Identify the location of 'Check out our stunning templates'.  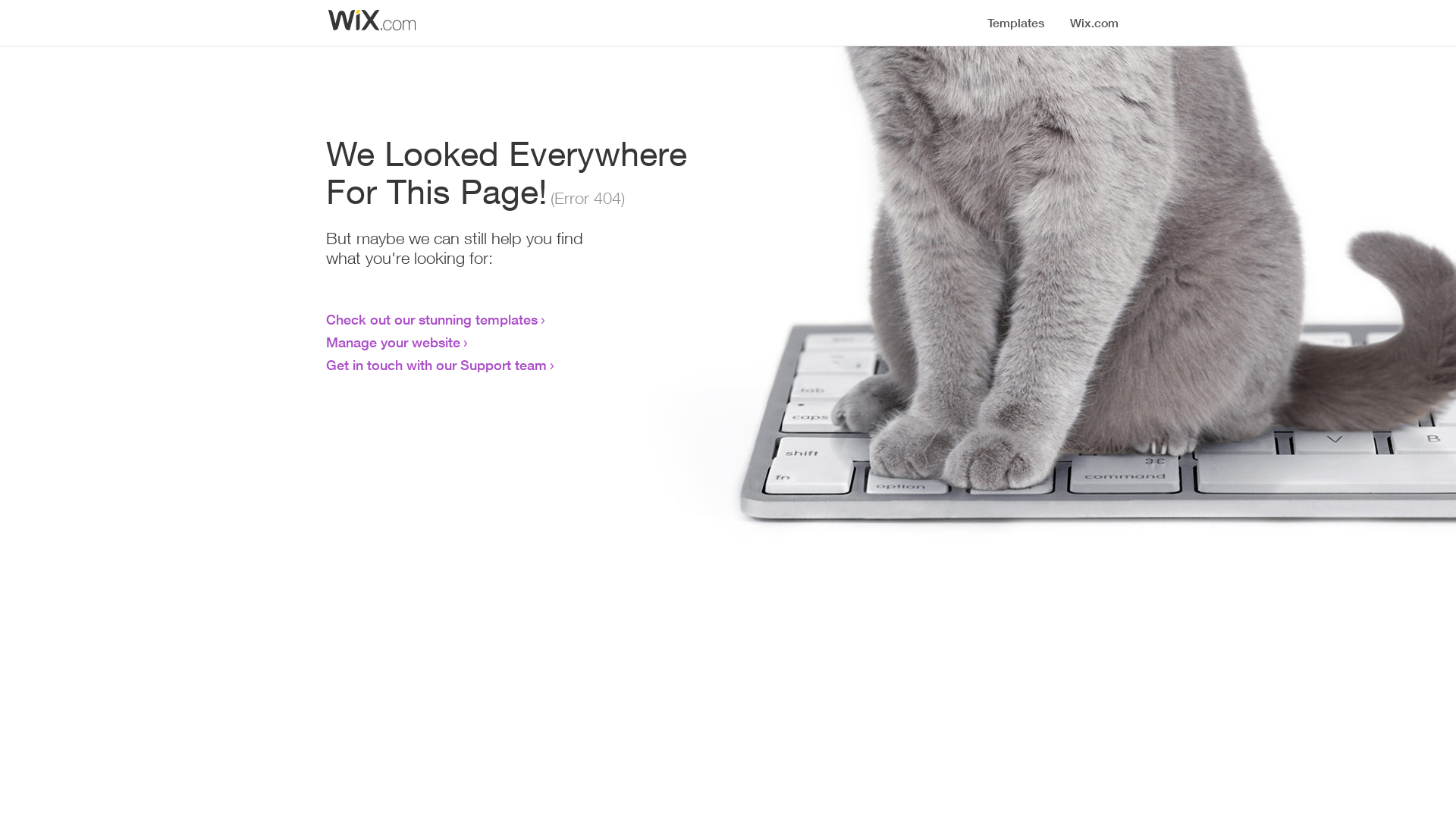
(431, 318).